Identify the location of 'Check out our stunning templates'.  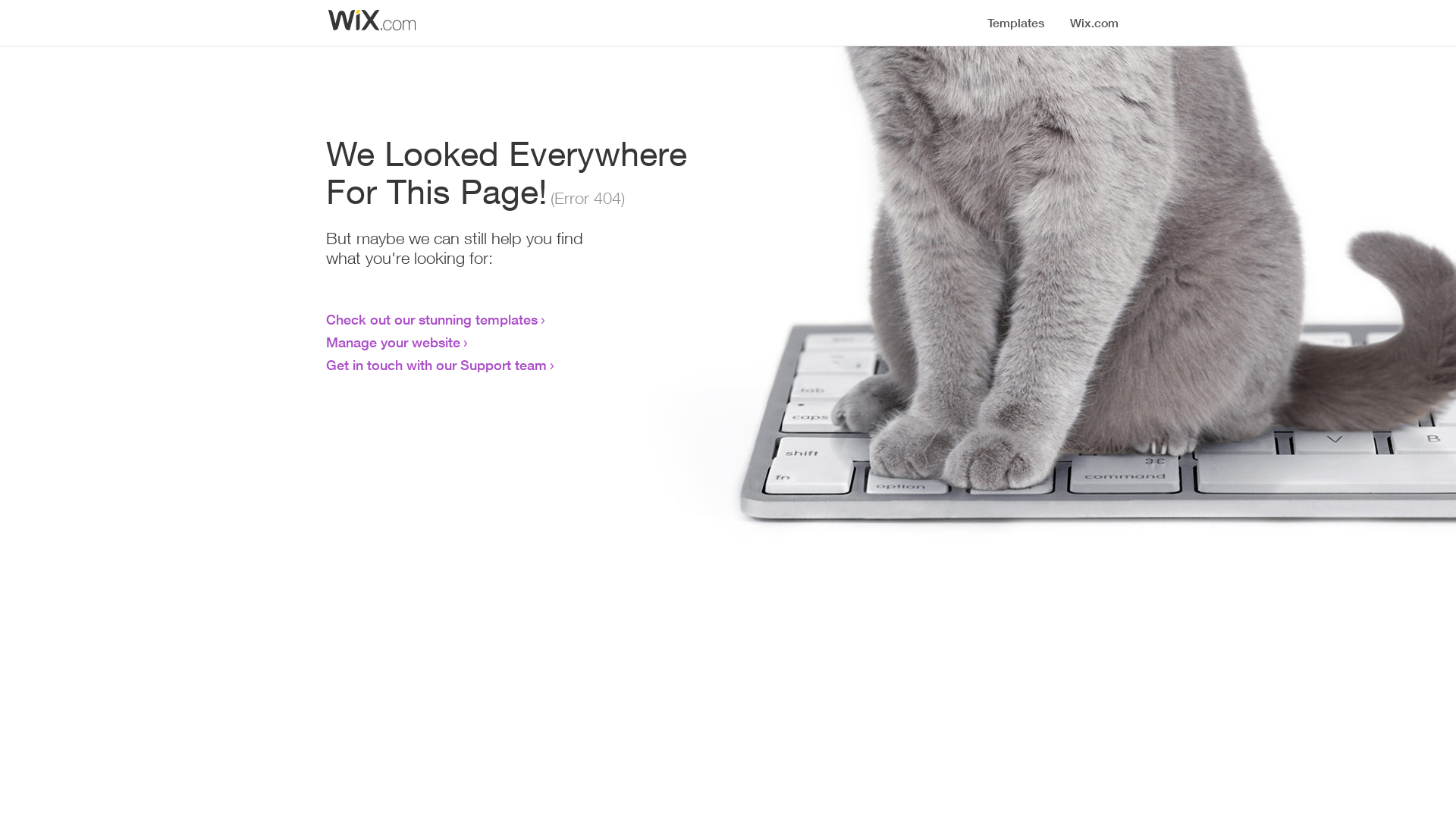
(431, 318).